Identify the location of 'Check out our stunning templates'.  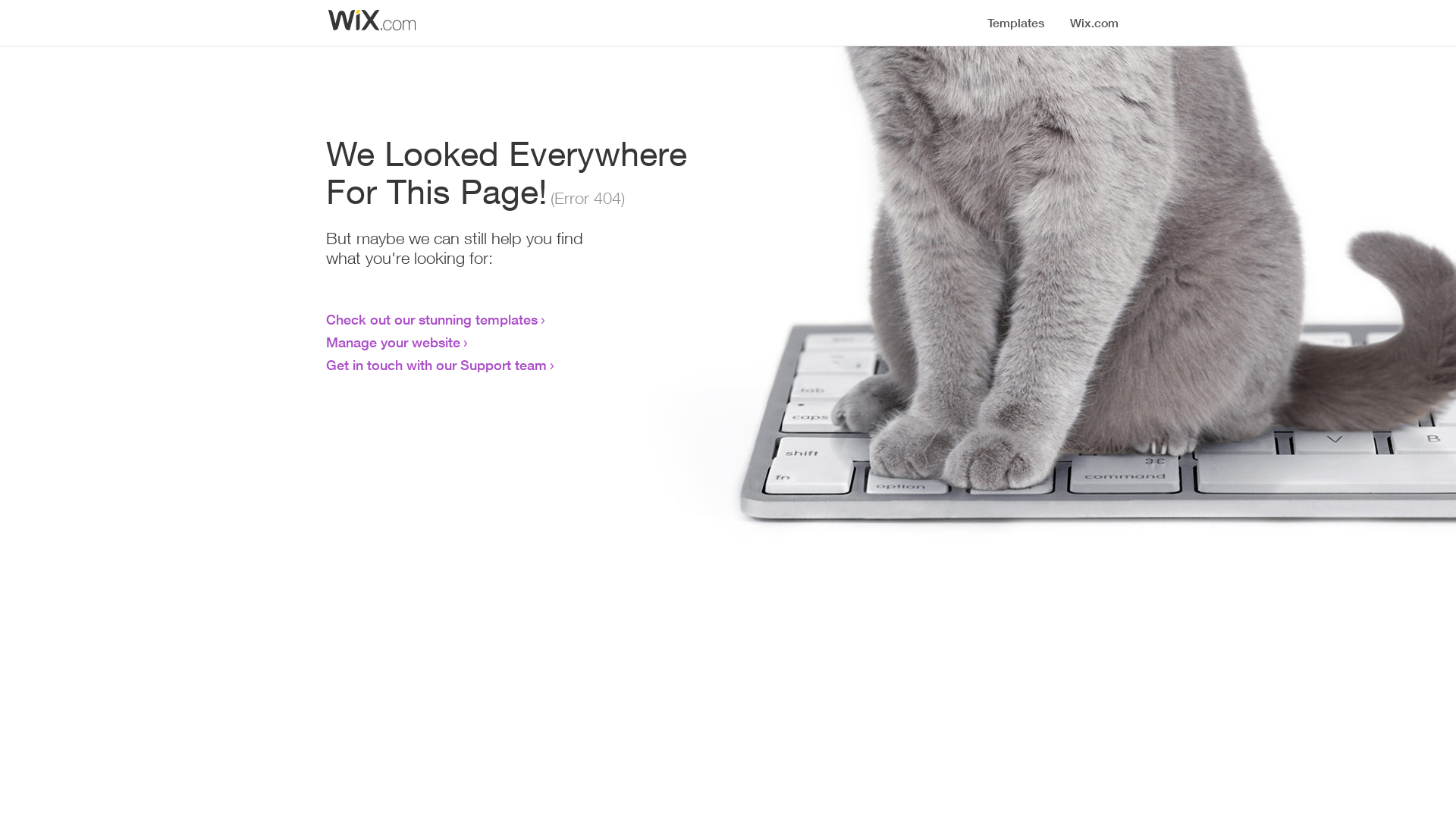
(431, 318).